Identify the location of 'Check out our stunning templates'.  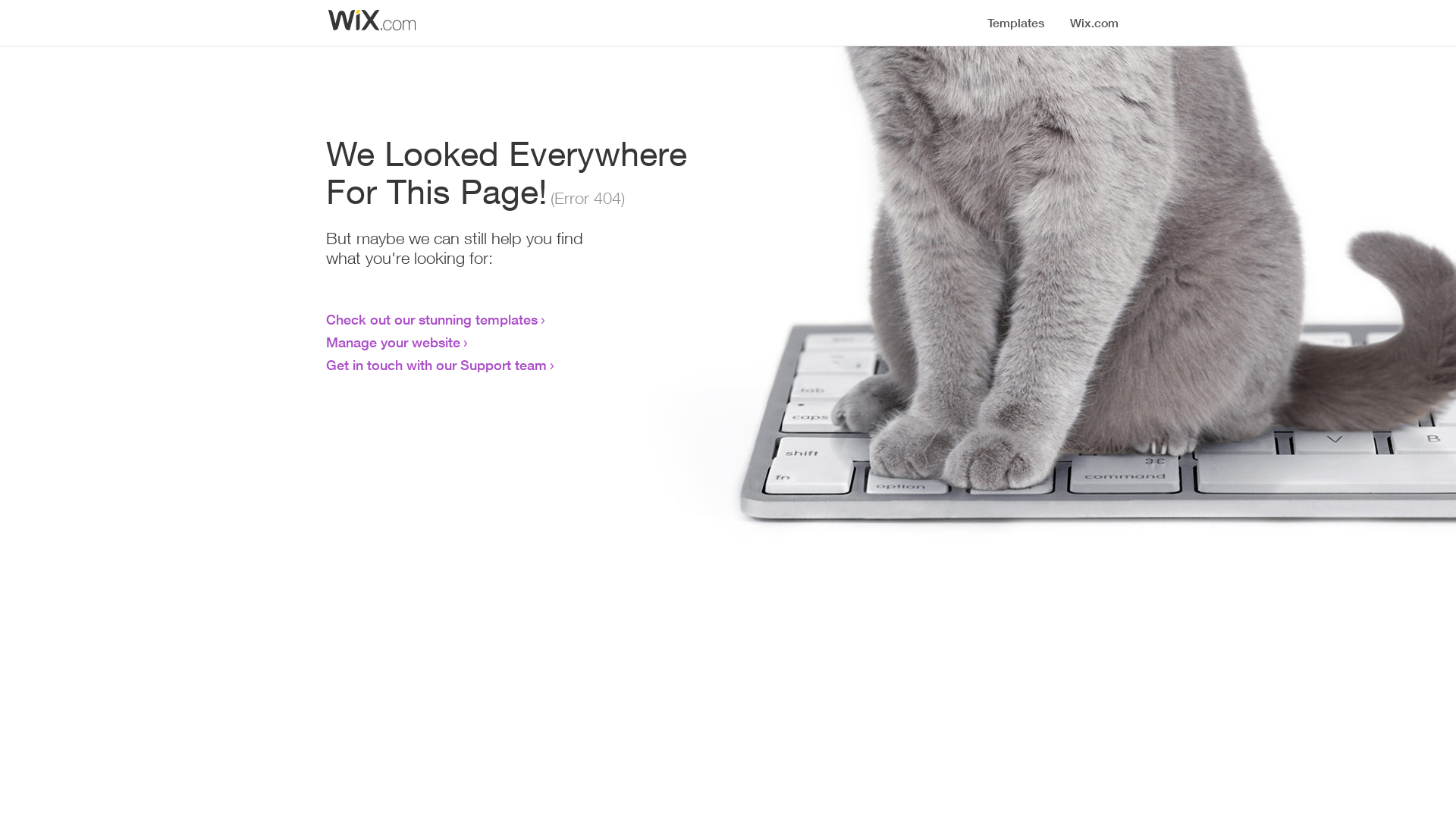
(431, 318).